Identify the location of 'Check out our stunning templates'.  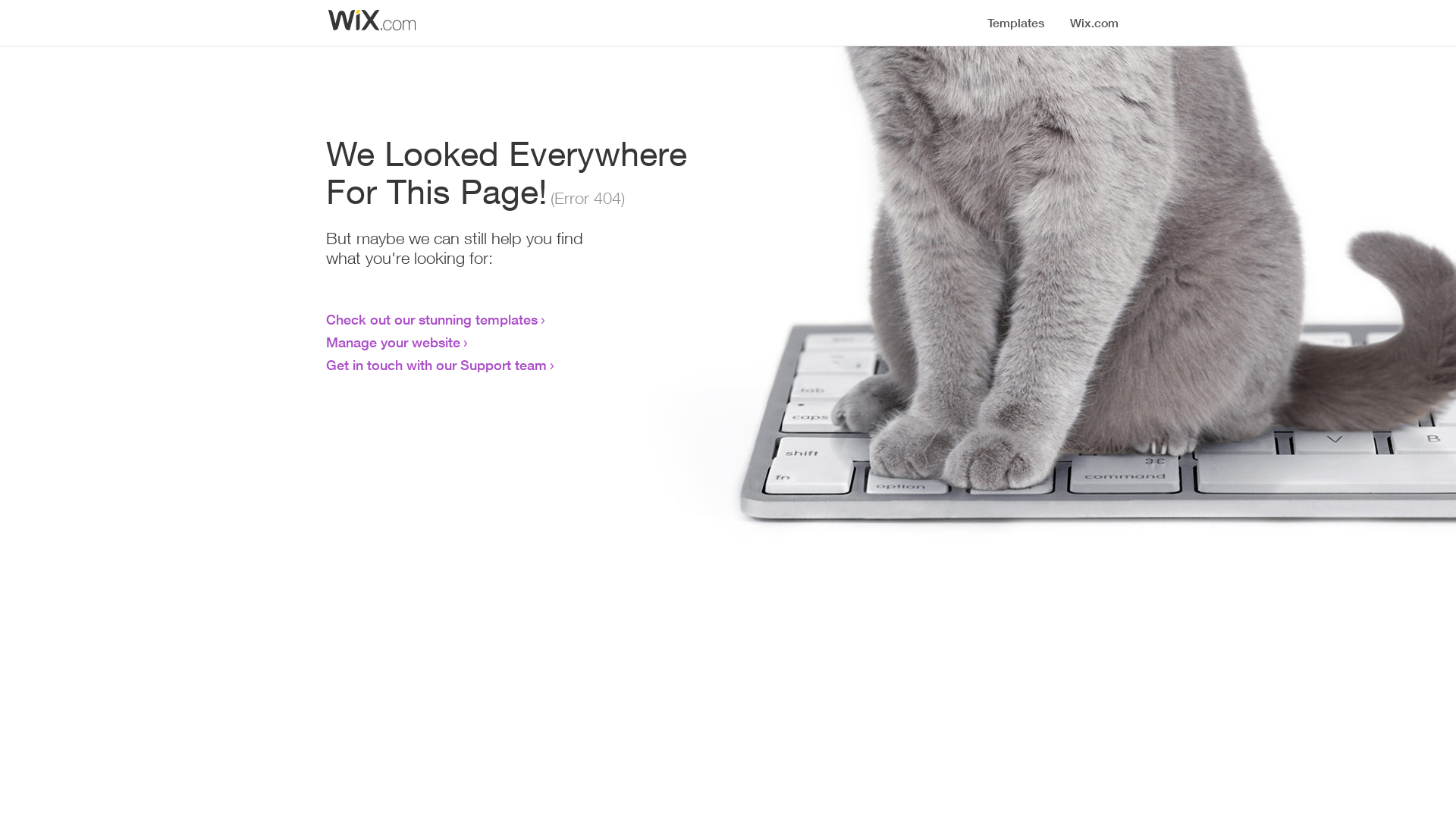
(431, 318).